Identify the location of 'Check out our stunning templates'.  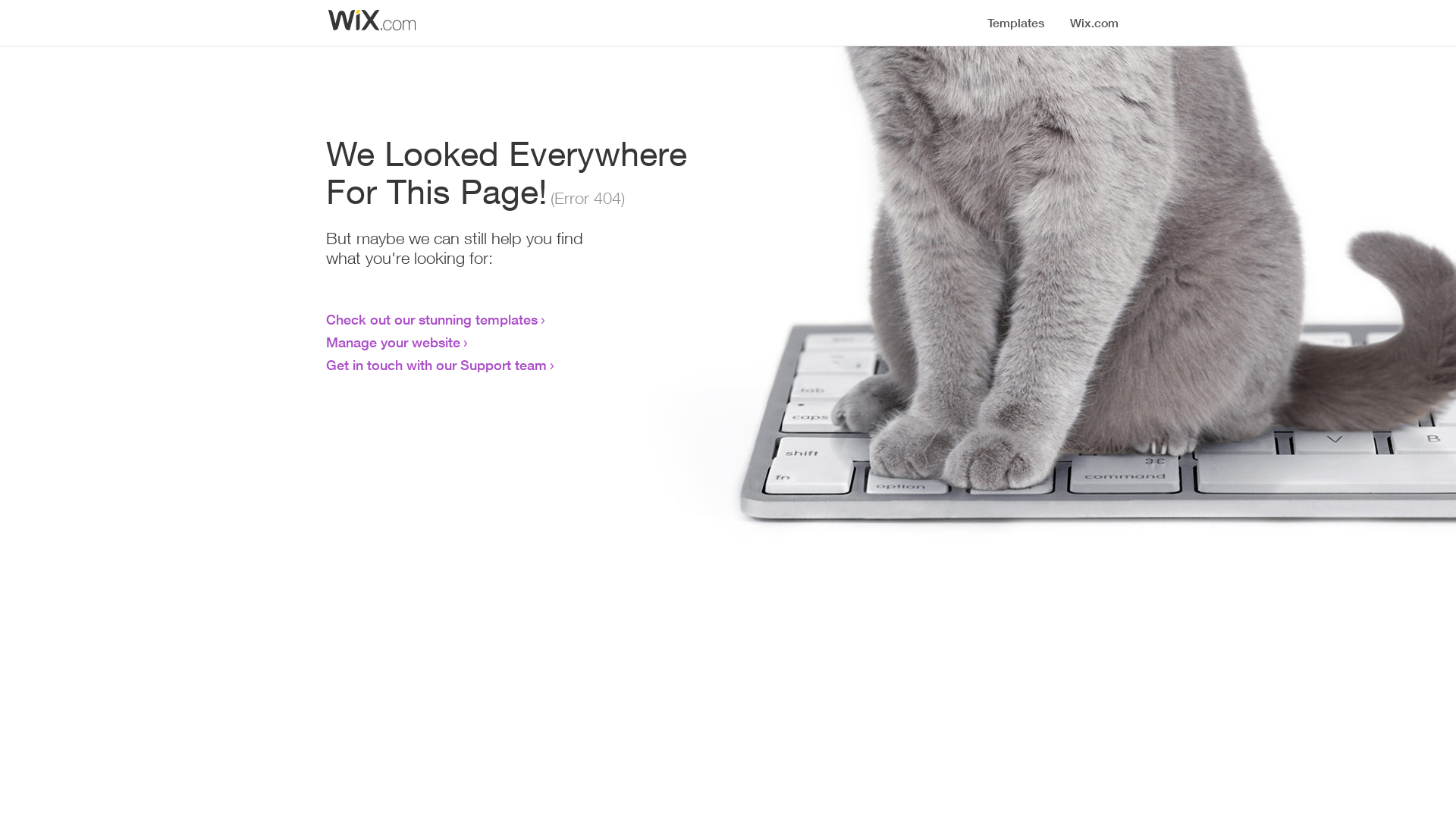
(431, 318).